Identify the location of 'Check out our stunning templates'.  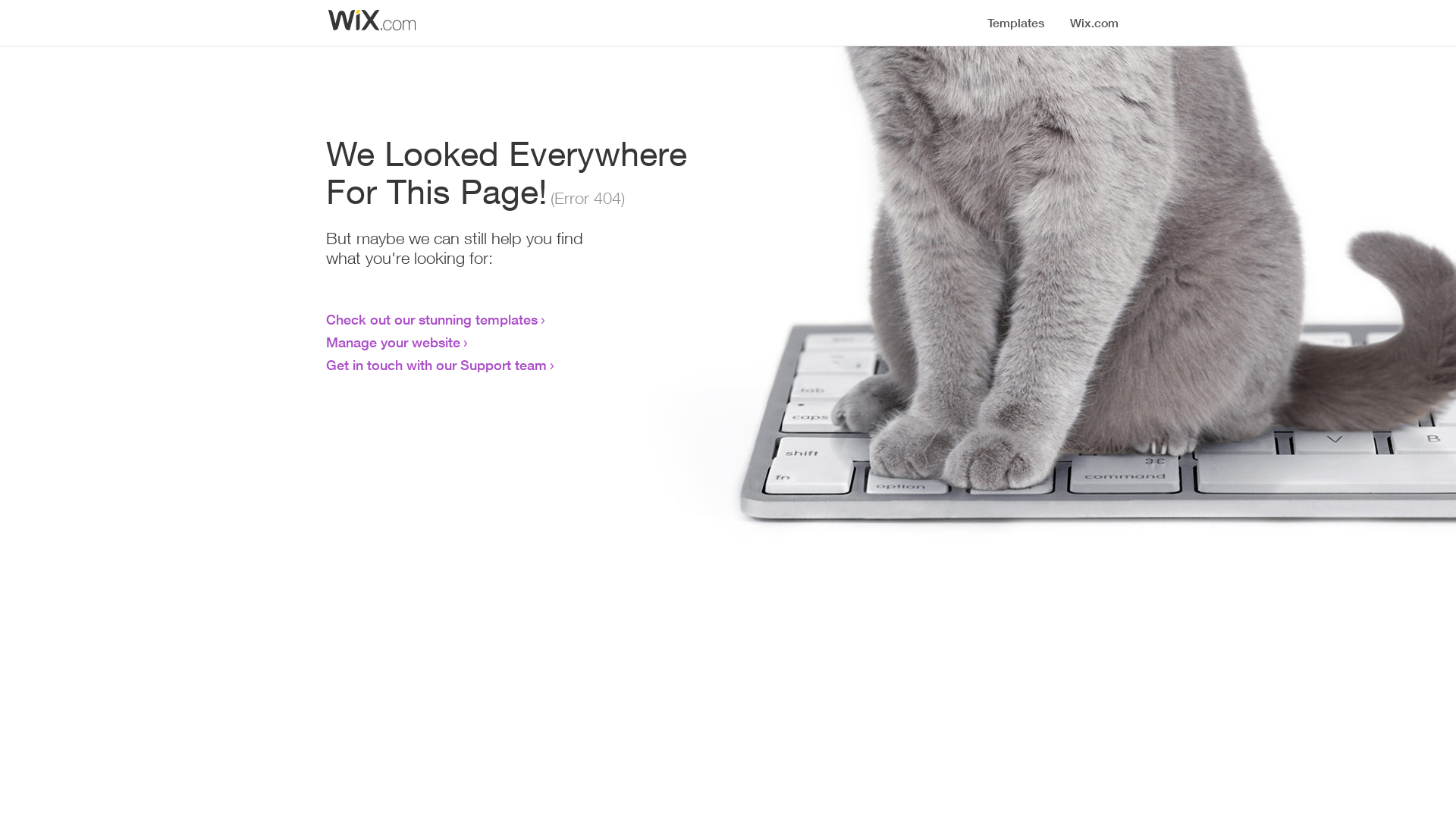
(431, 318).